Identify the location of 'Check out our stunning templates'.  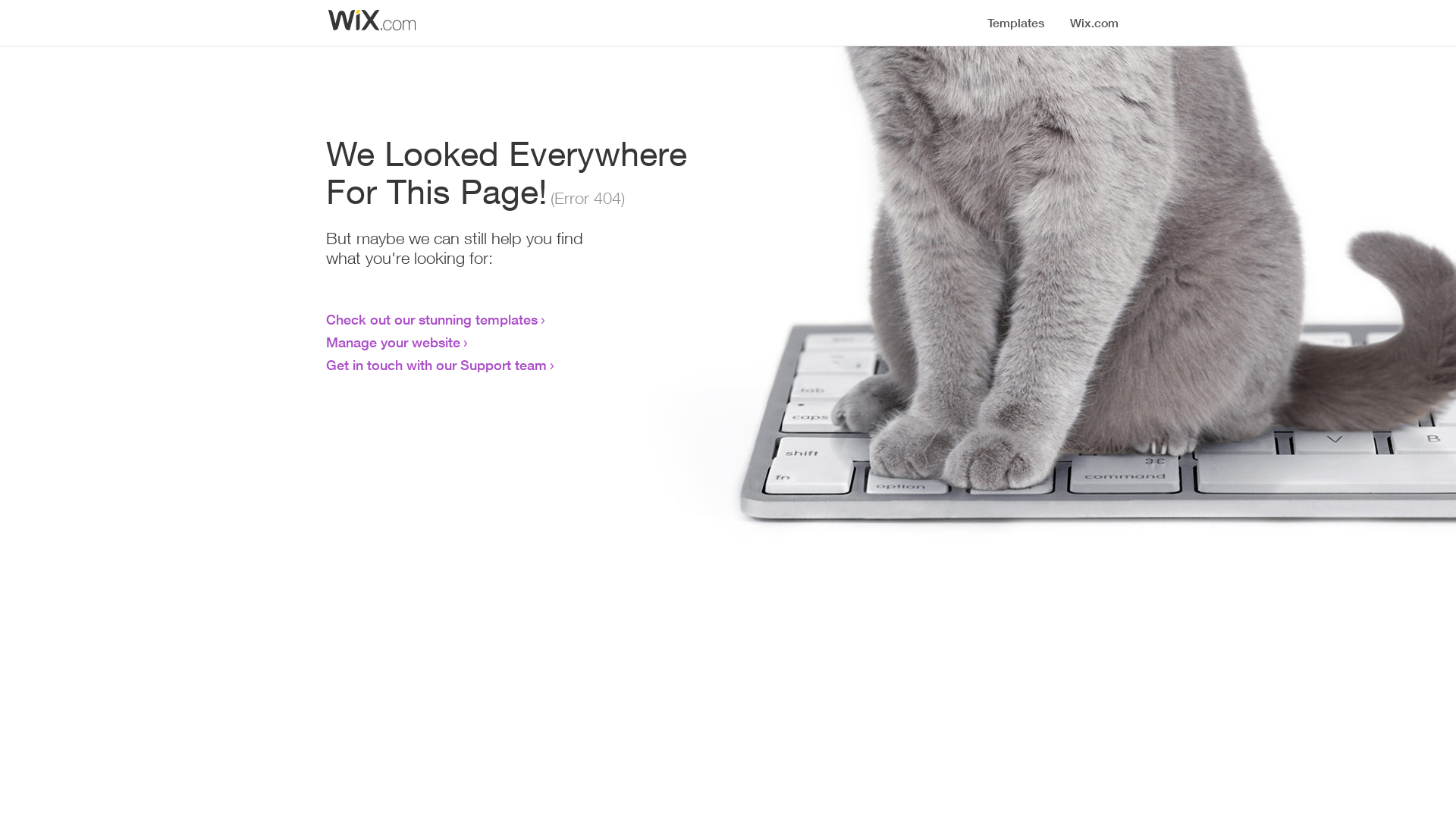
(431, 318).